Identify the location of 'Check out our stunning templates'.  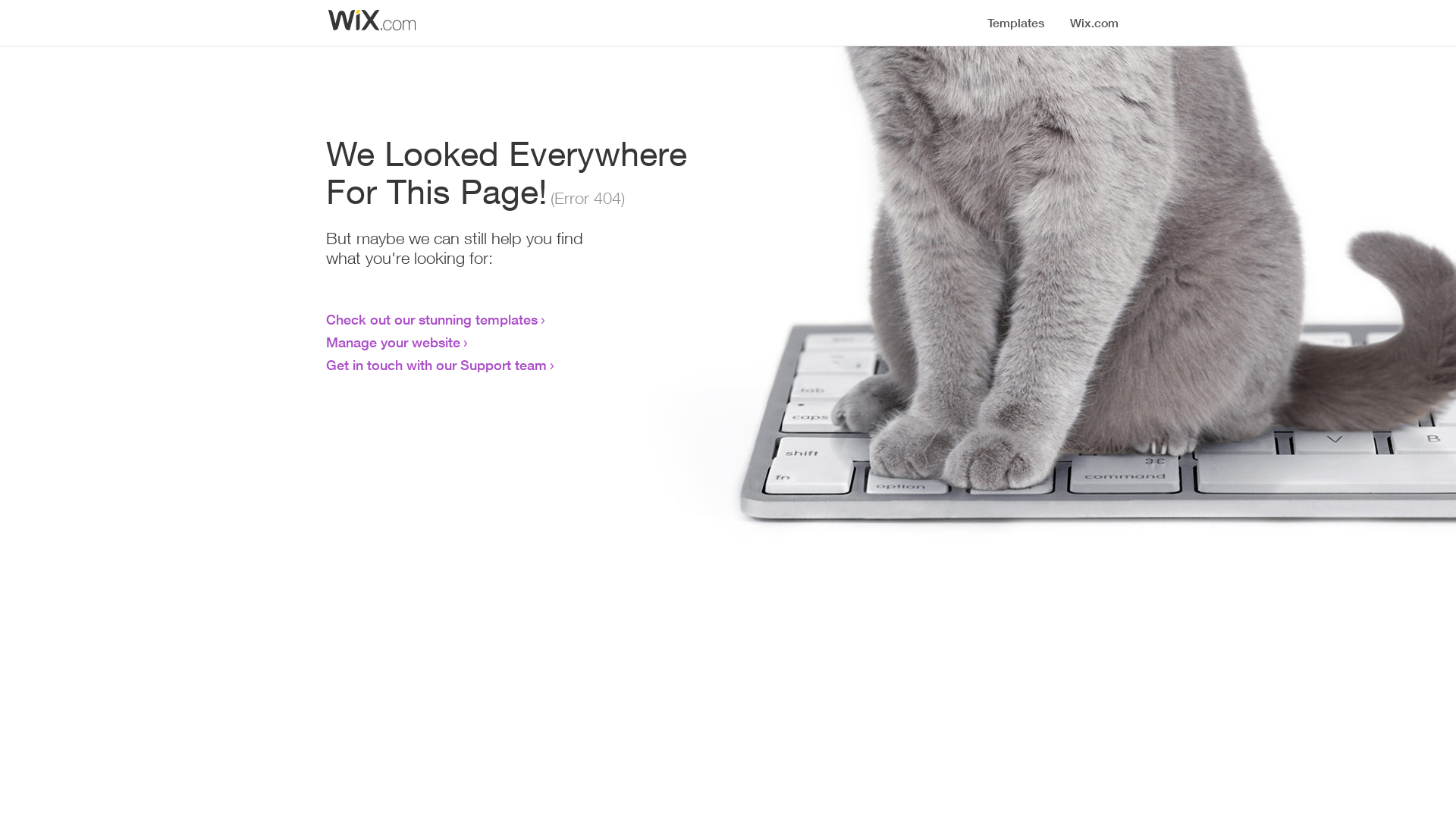
(431, 318).